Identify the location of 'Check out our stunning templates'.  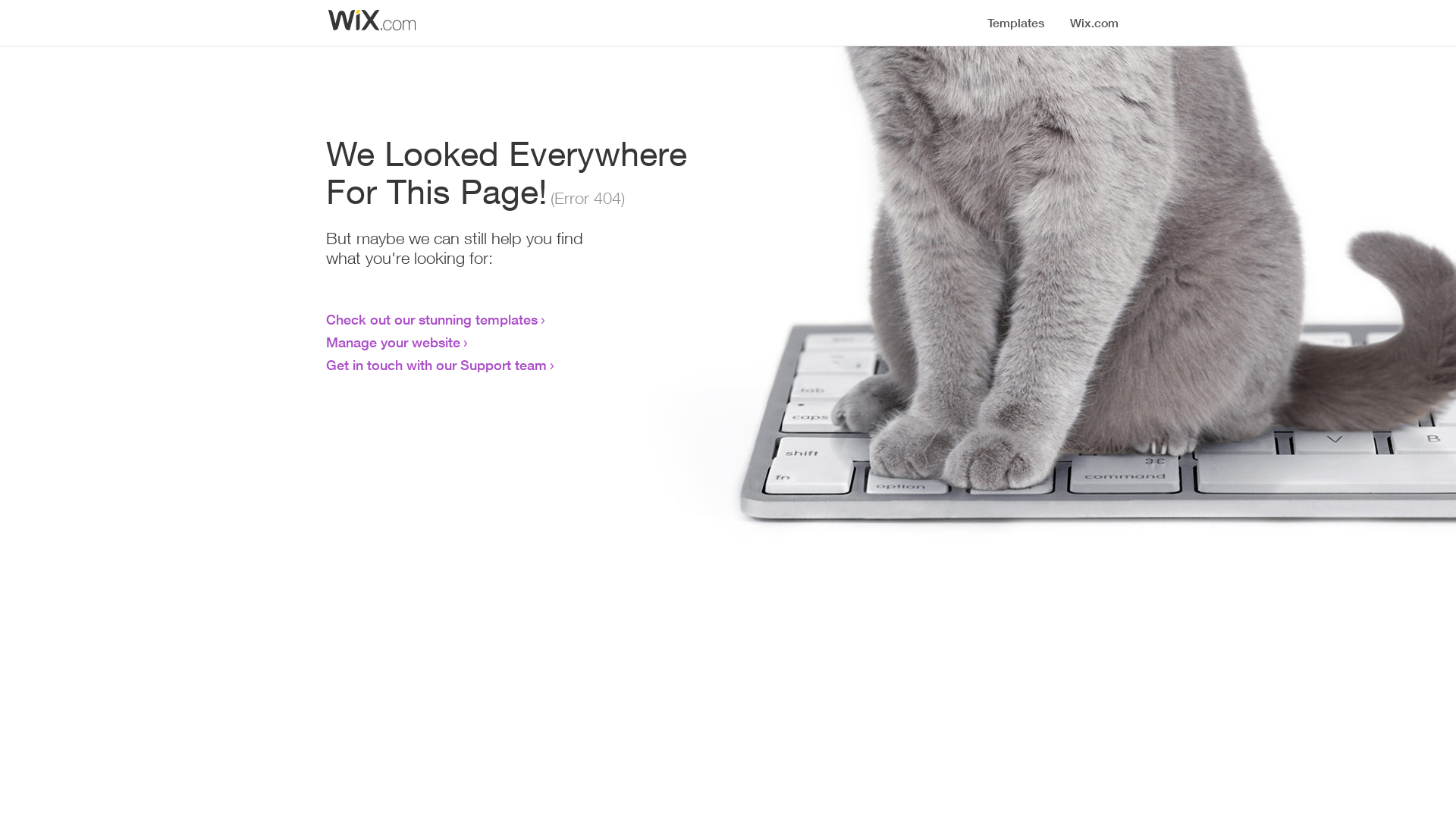
(431, 318).